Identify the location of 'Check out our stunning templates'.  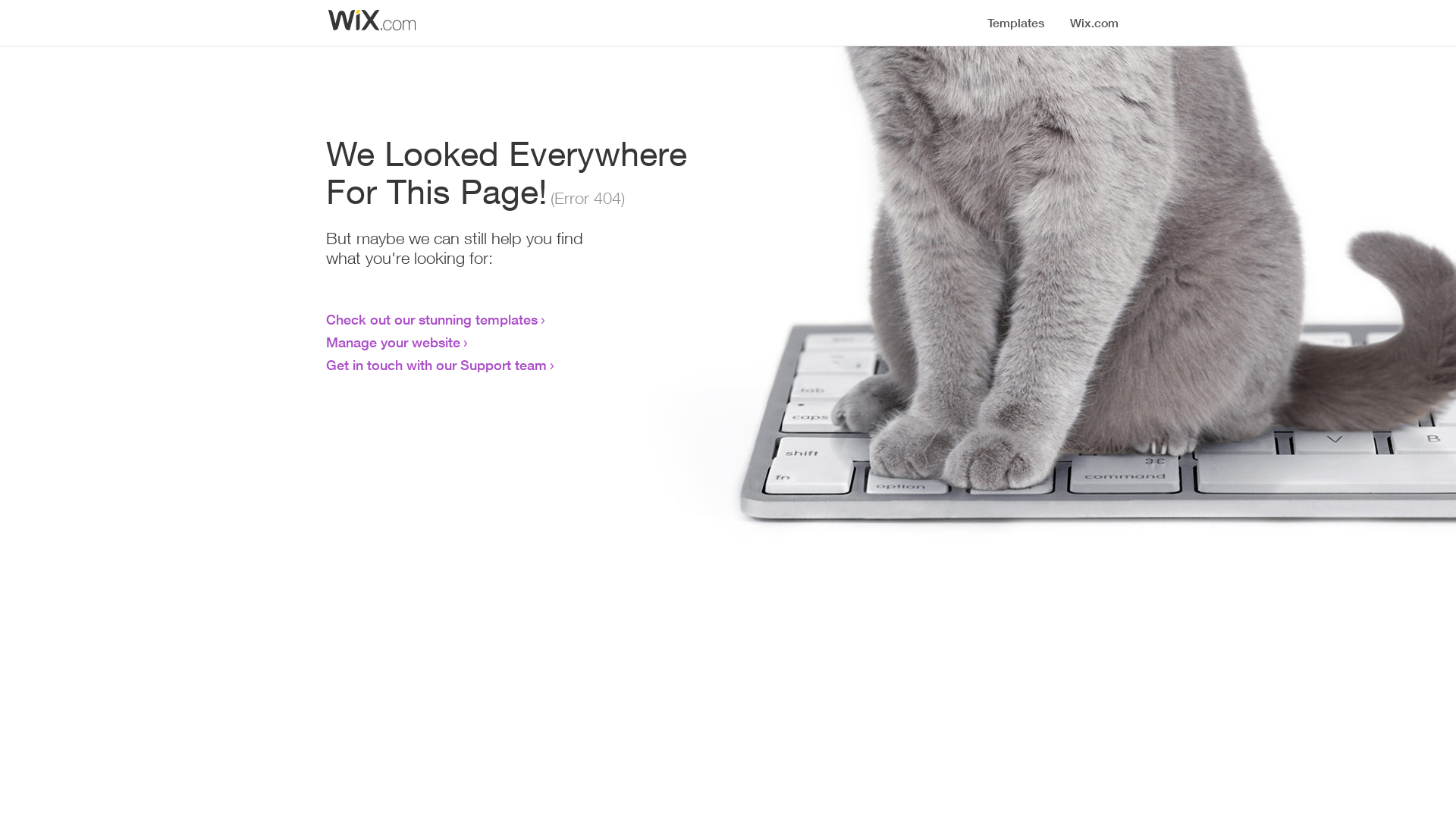
(431, 318).